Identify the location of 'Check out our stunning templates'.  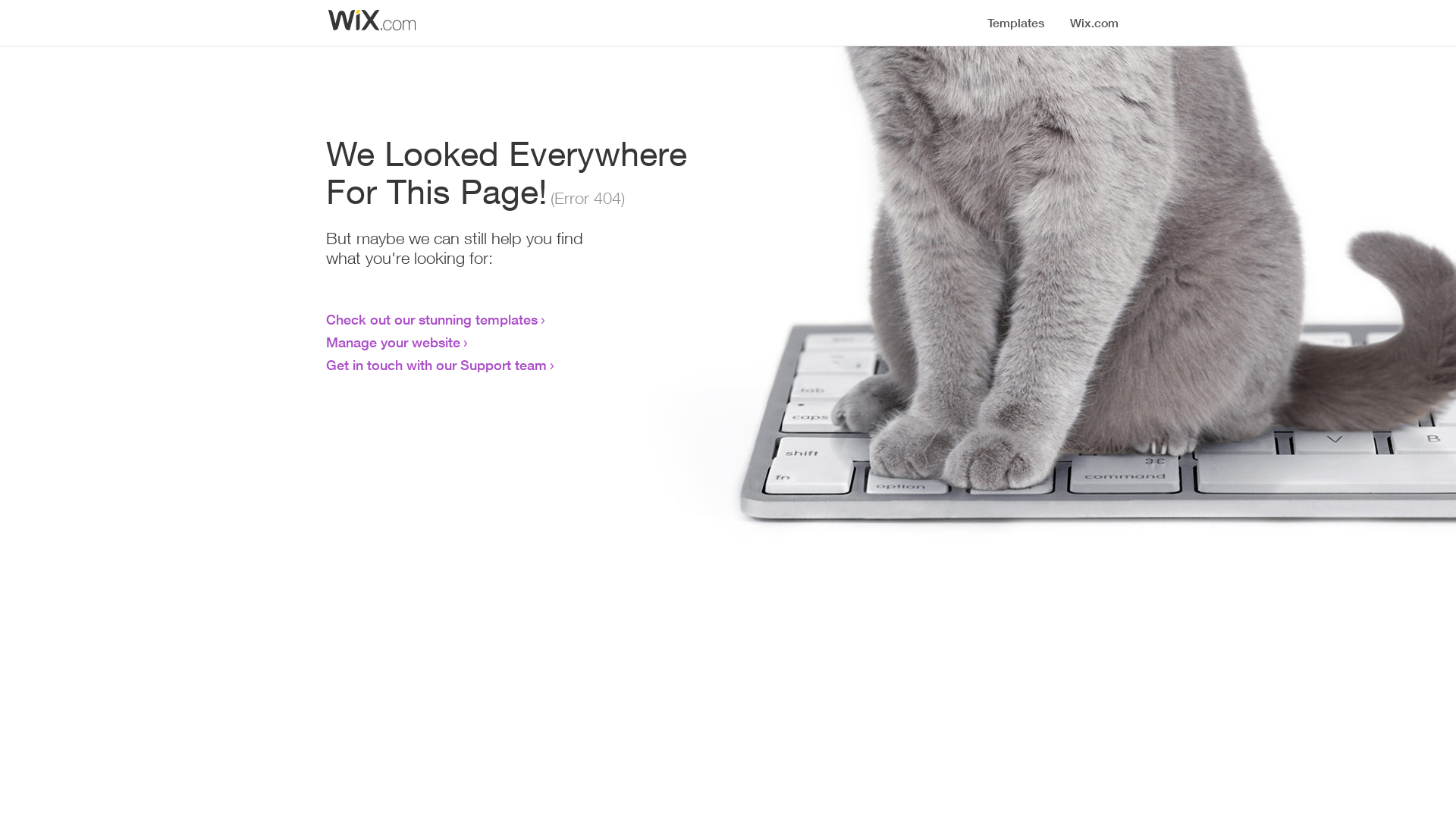
(431, 318).